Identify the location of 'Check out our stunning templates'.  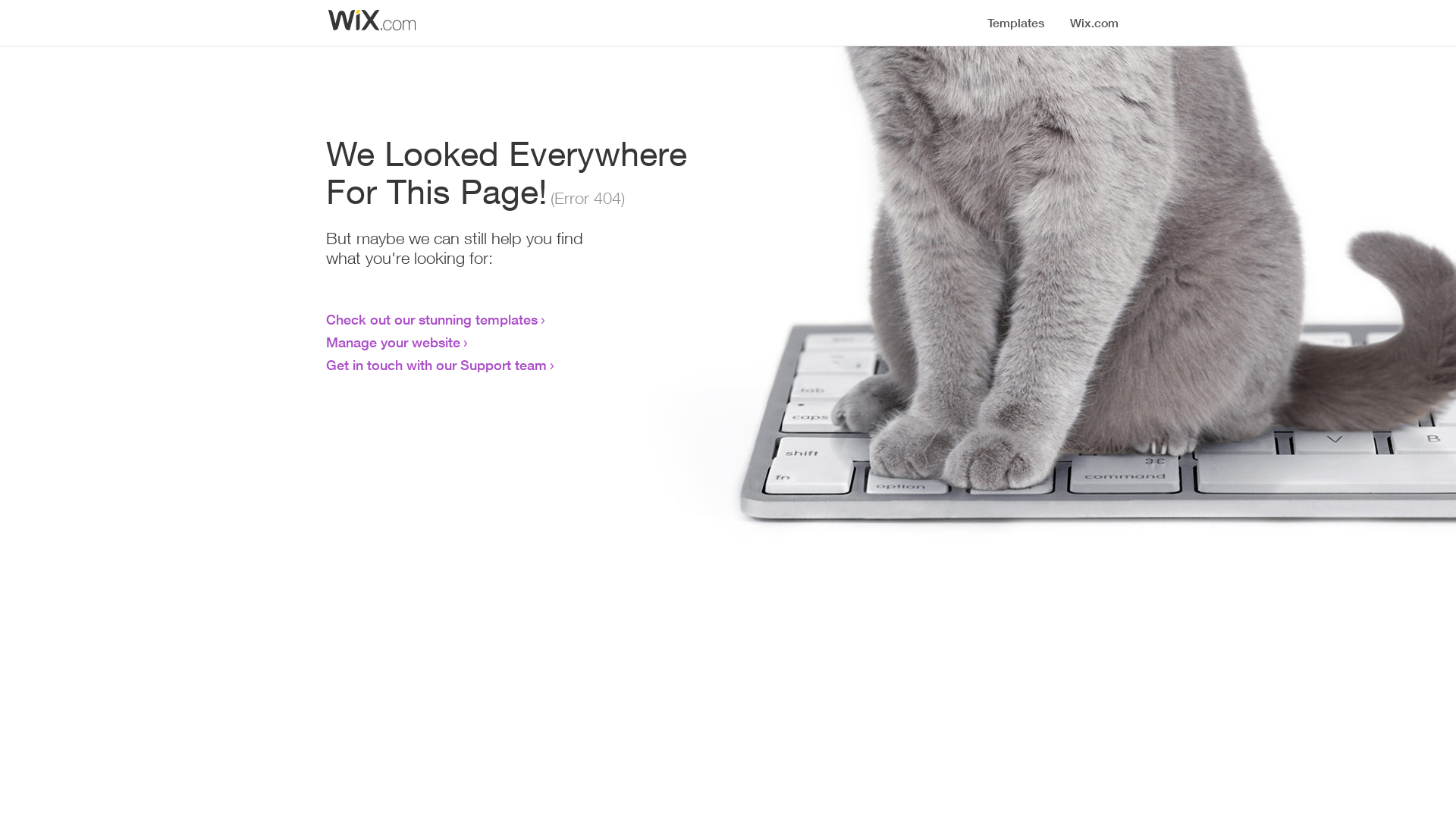
(431, 318).